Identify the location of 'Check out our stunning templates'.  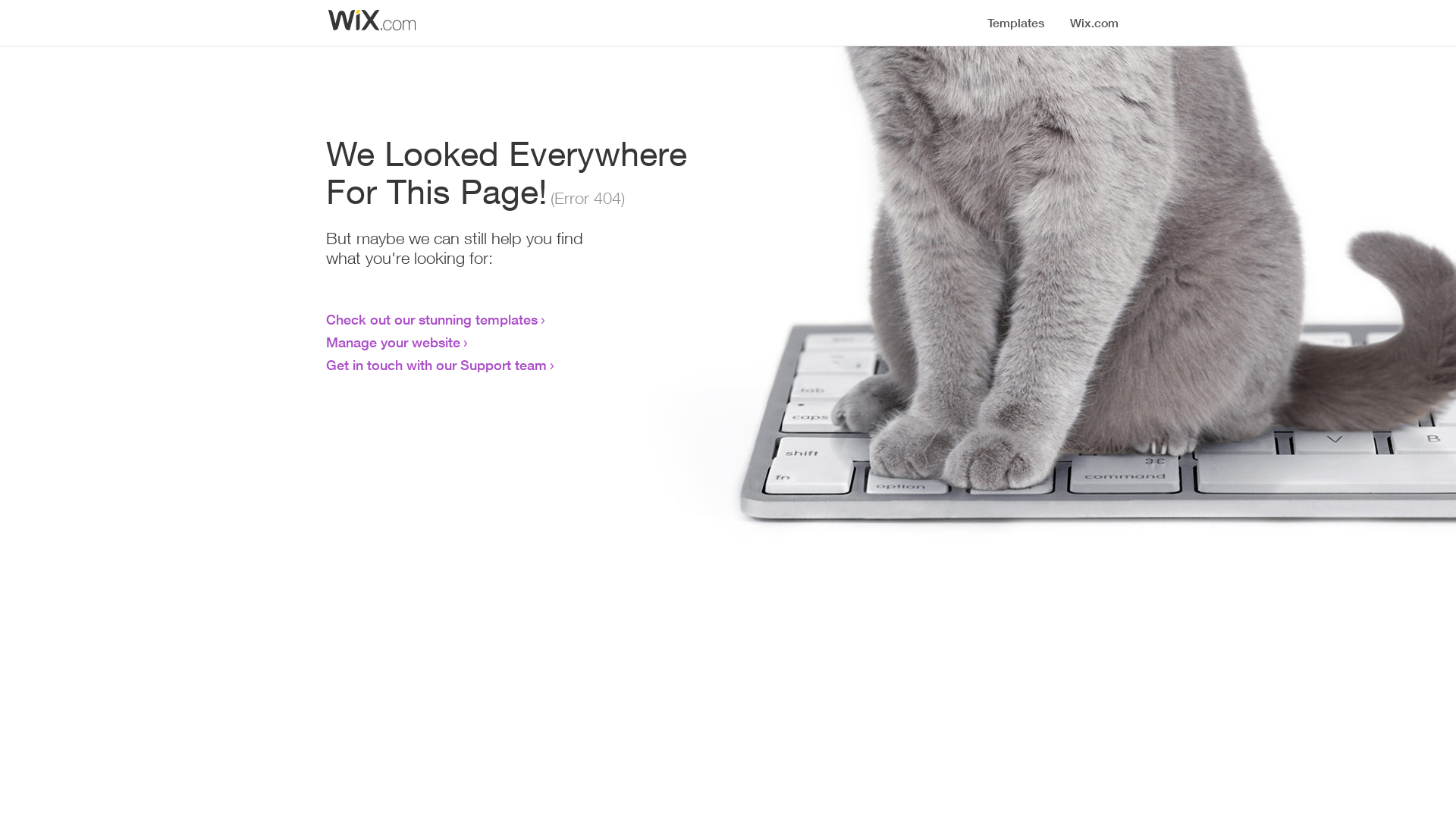
(431, 318).